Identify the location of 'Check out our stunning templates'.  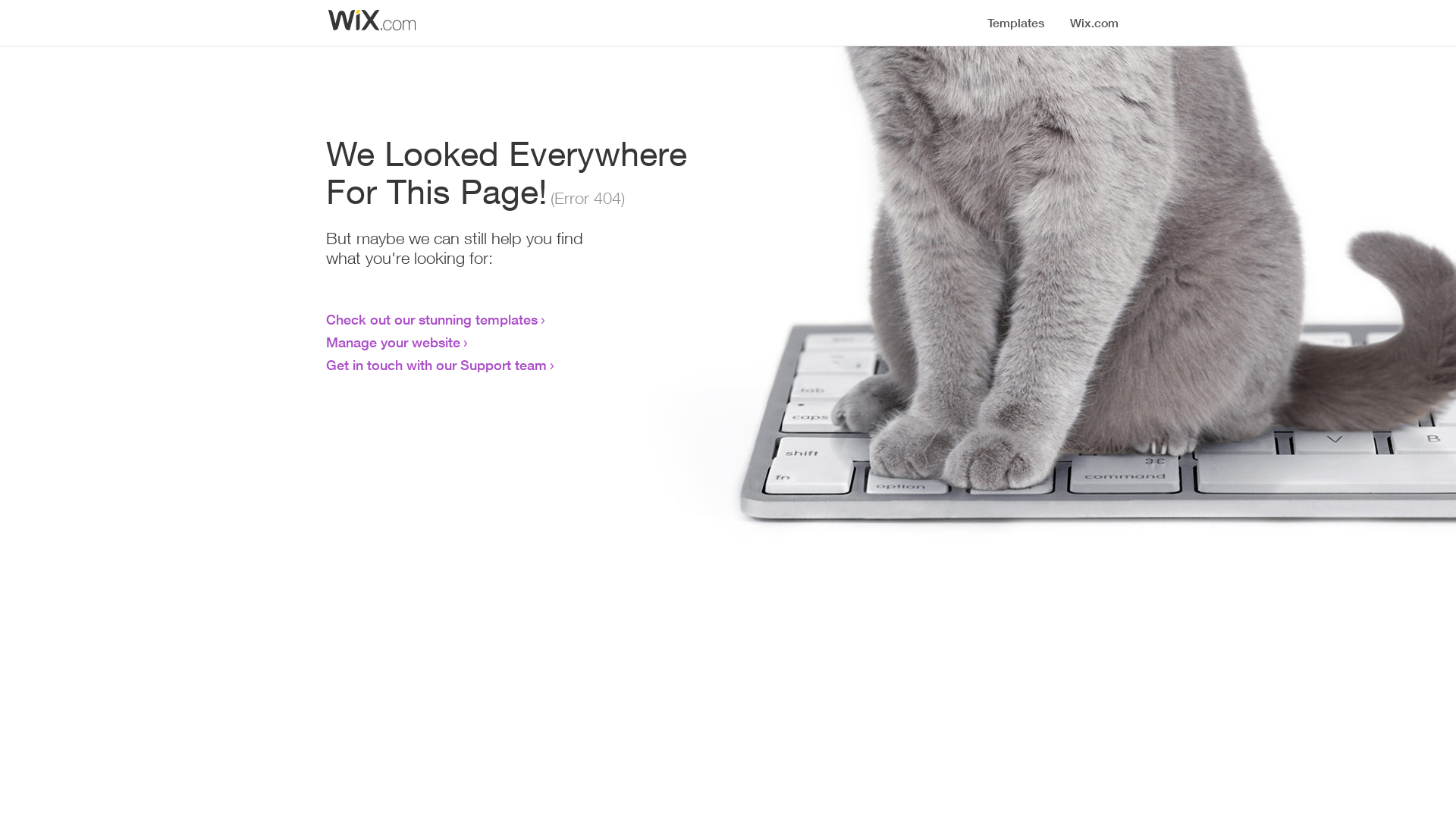
(431, 318).